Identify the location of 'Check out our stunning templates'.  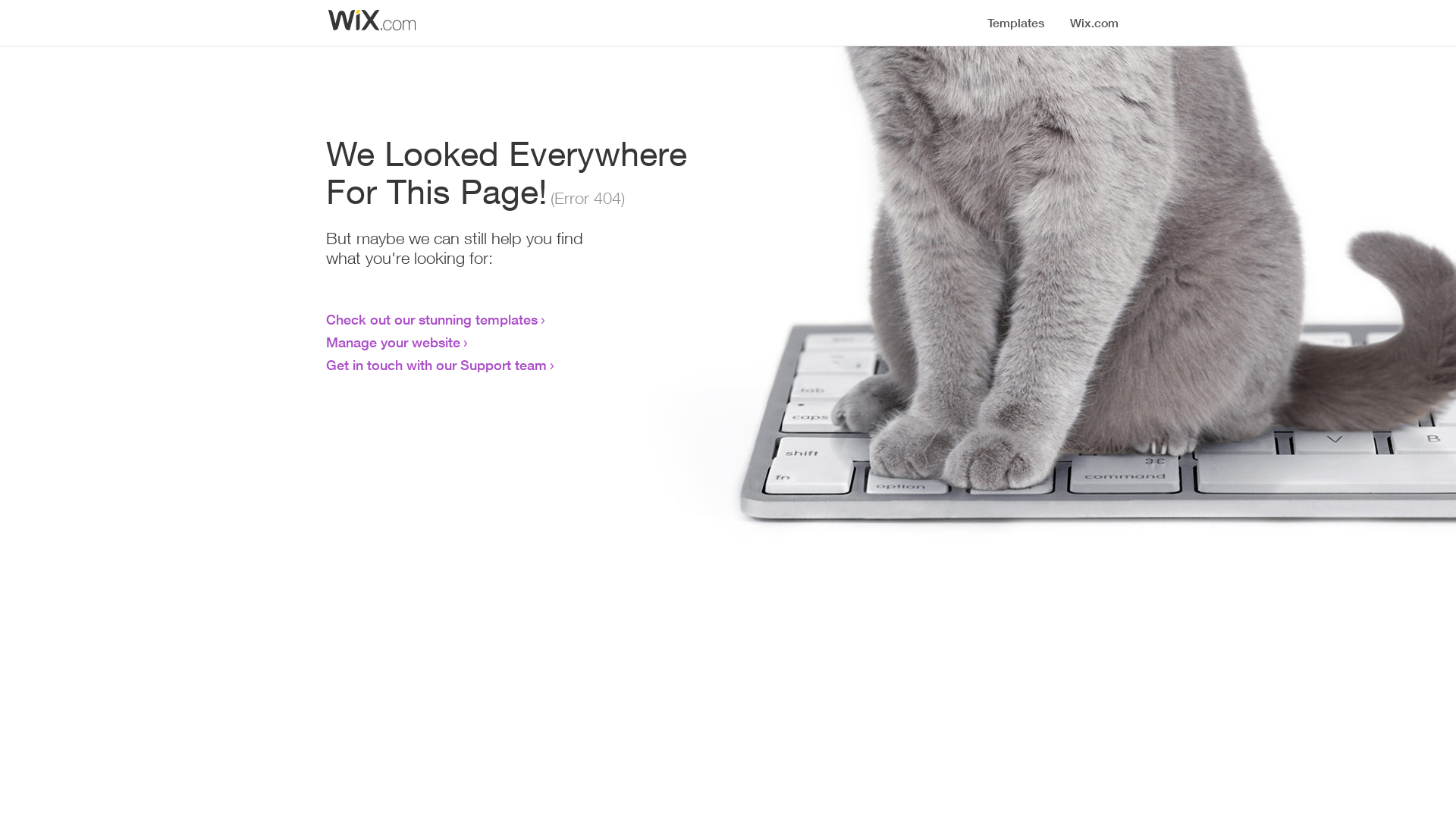
(431, 318).